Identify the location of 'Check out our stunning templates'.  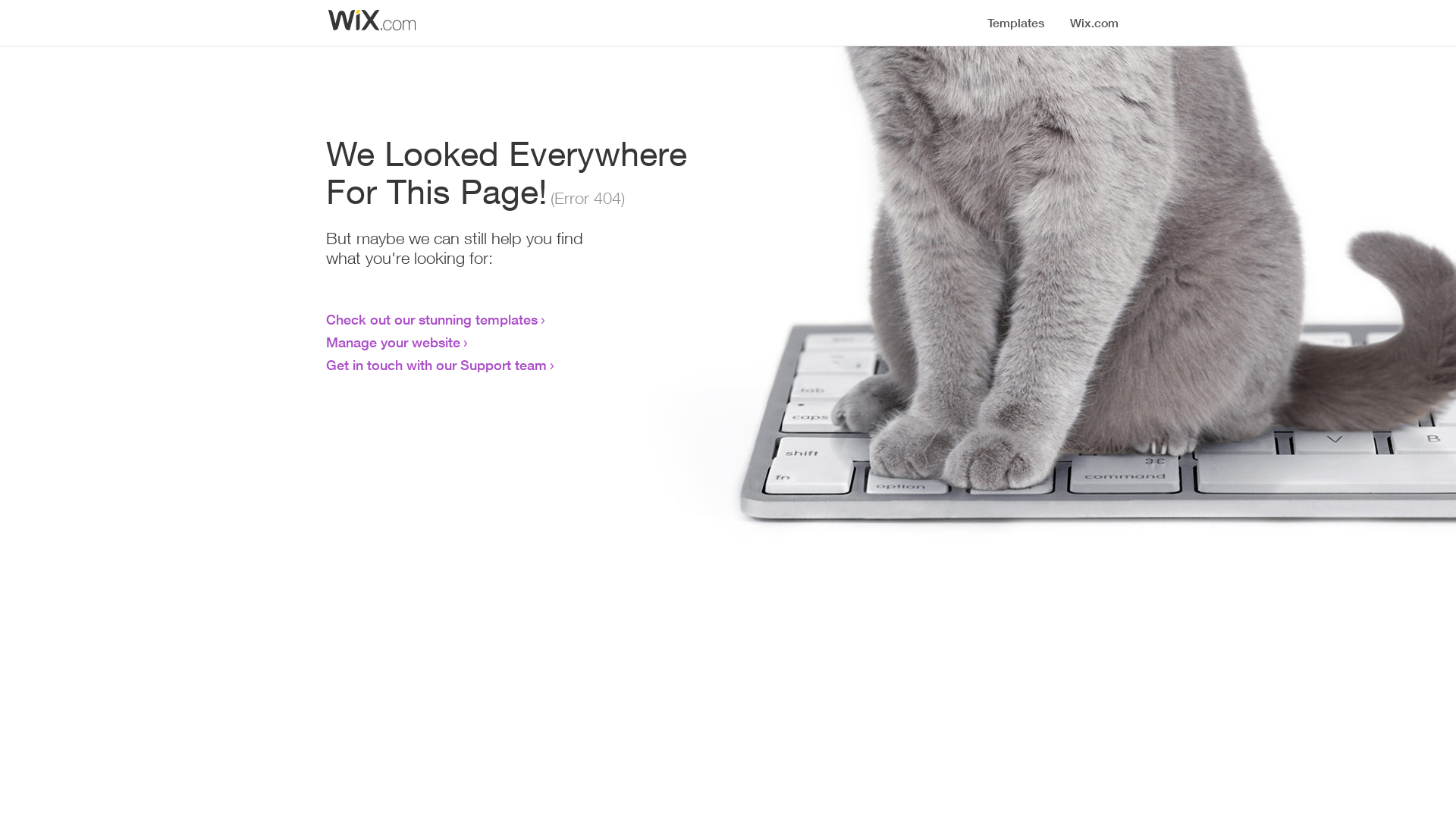
(431, 318).